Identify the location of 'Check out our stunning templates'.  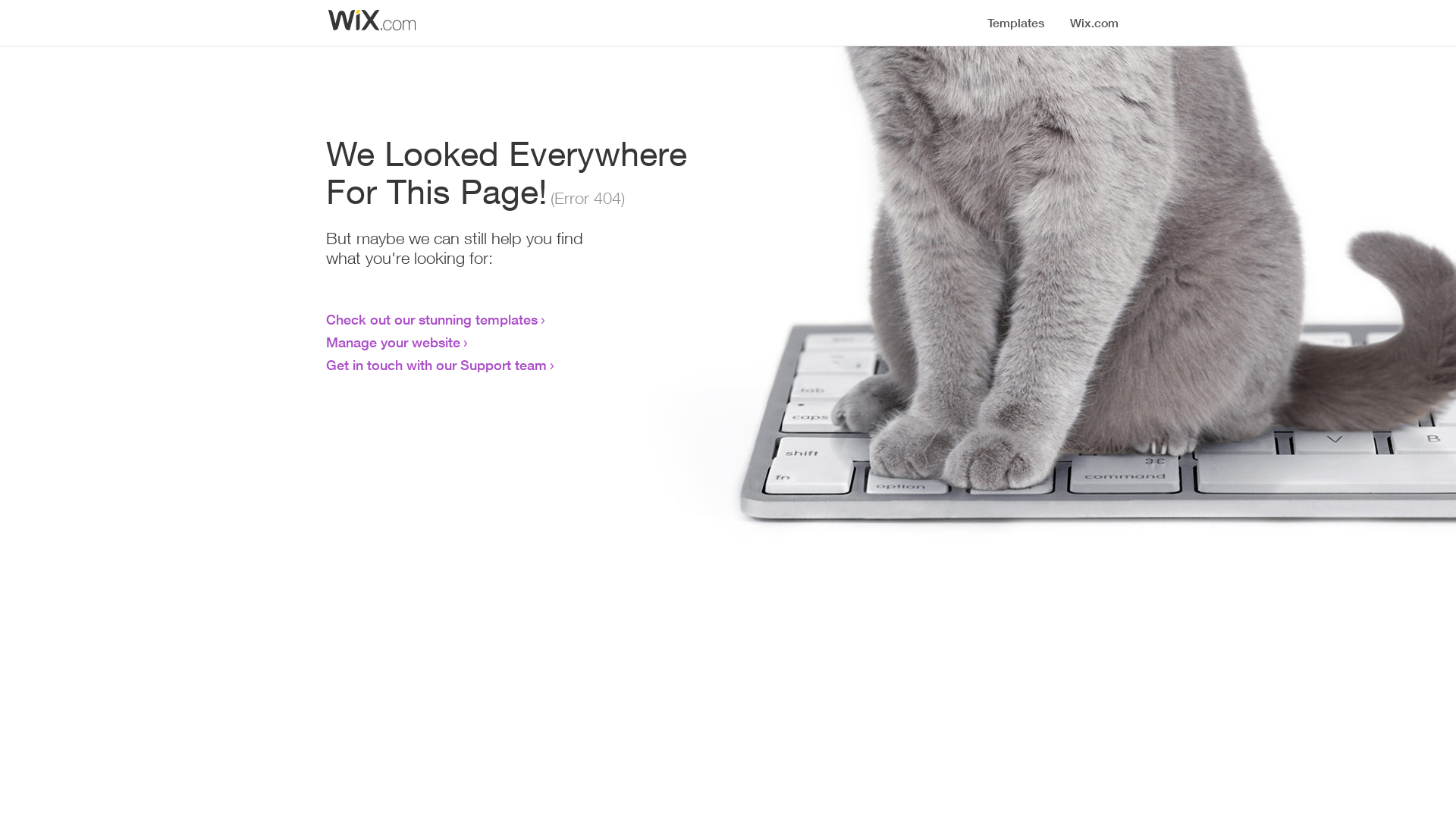
(431, 318).